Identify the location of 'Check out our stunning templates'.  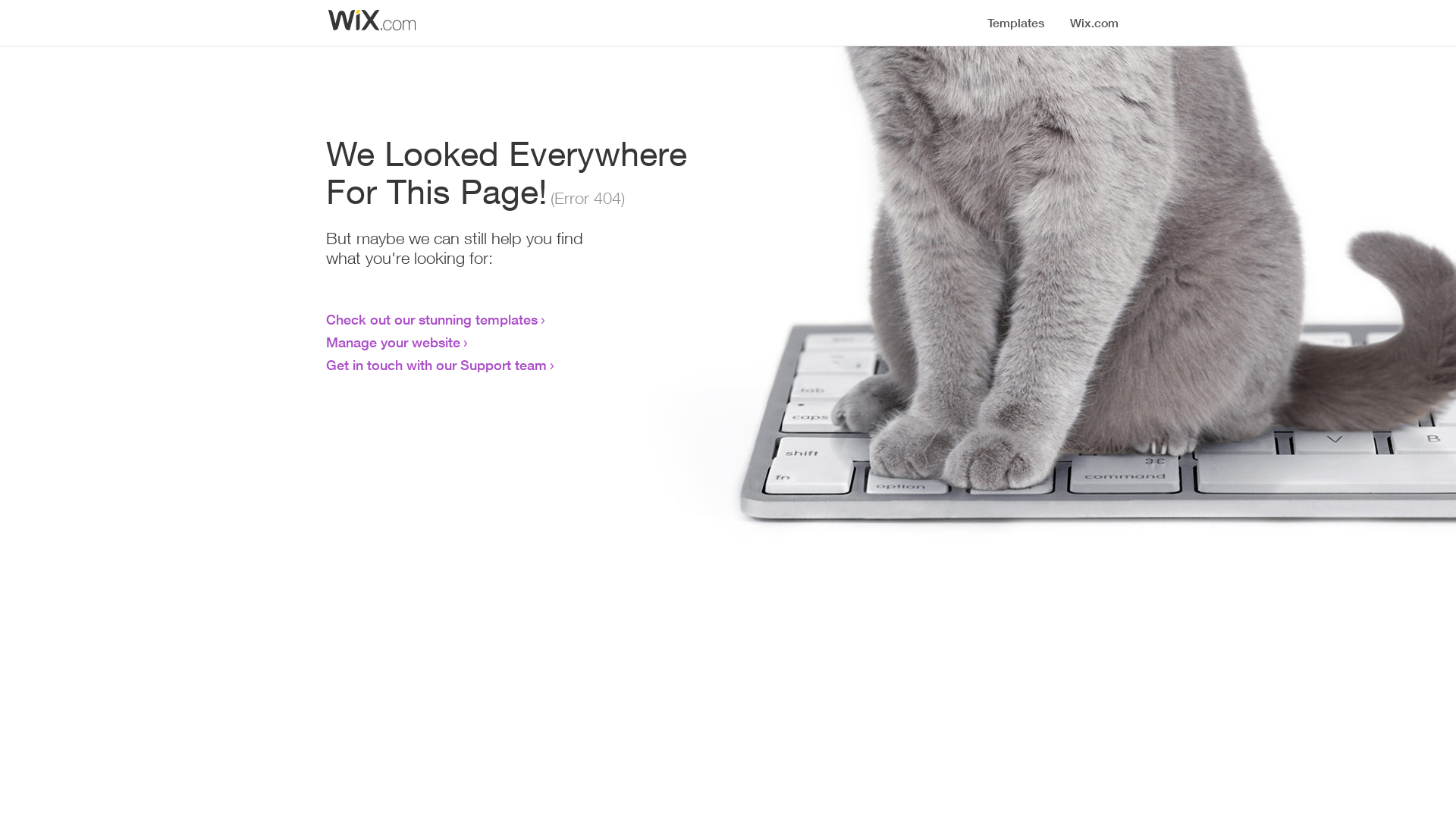
(431, 318).